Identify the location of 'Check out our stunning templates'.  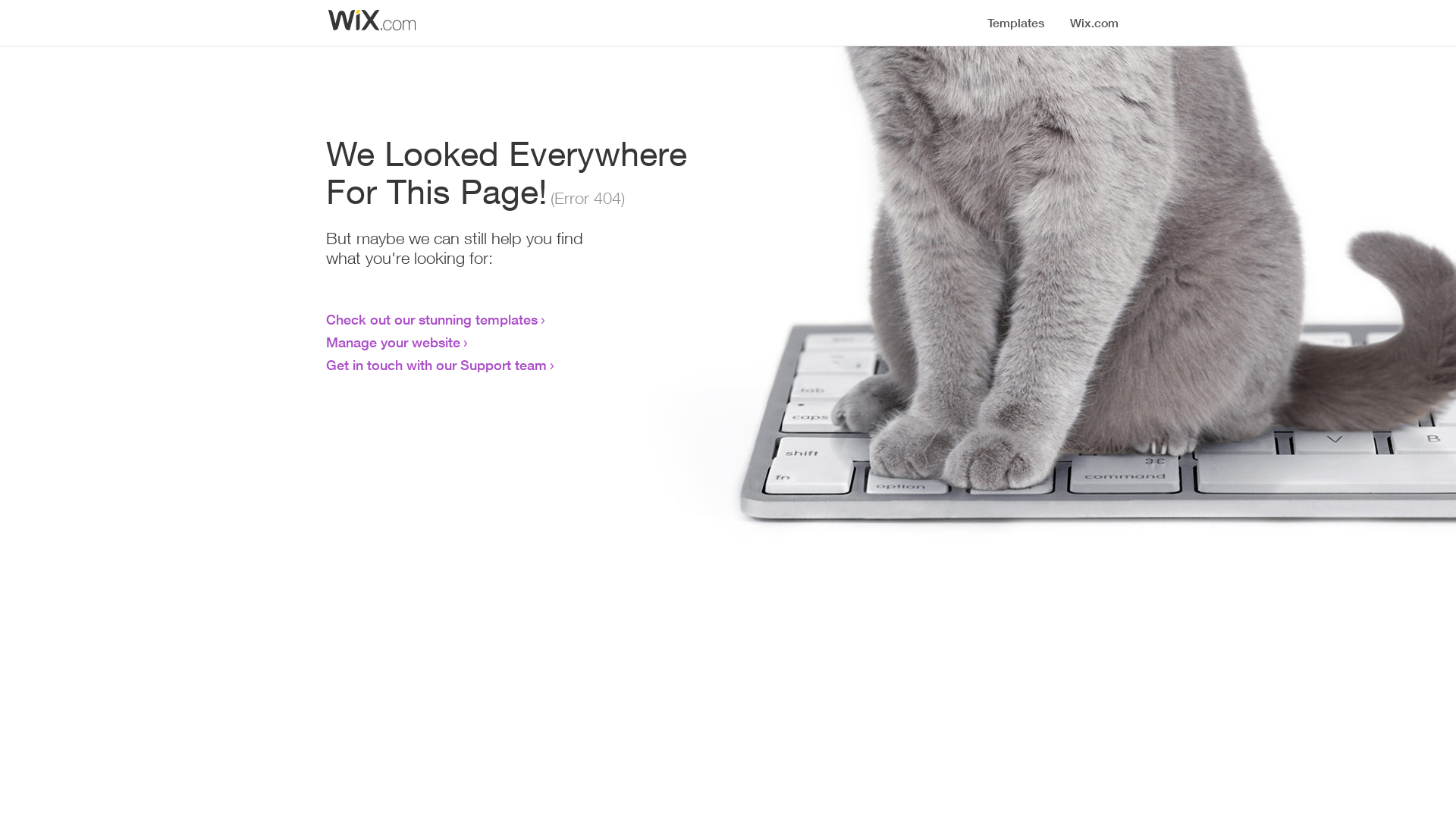
(431, 318).